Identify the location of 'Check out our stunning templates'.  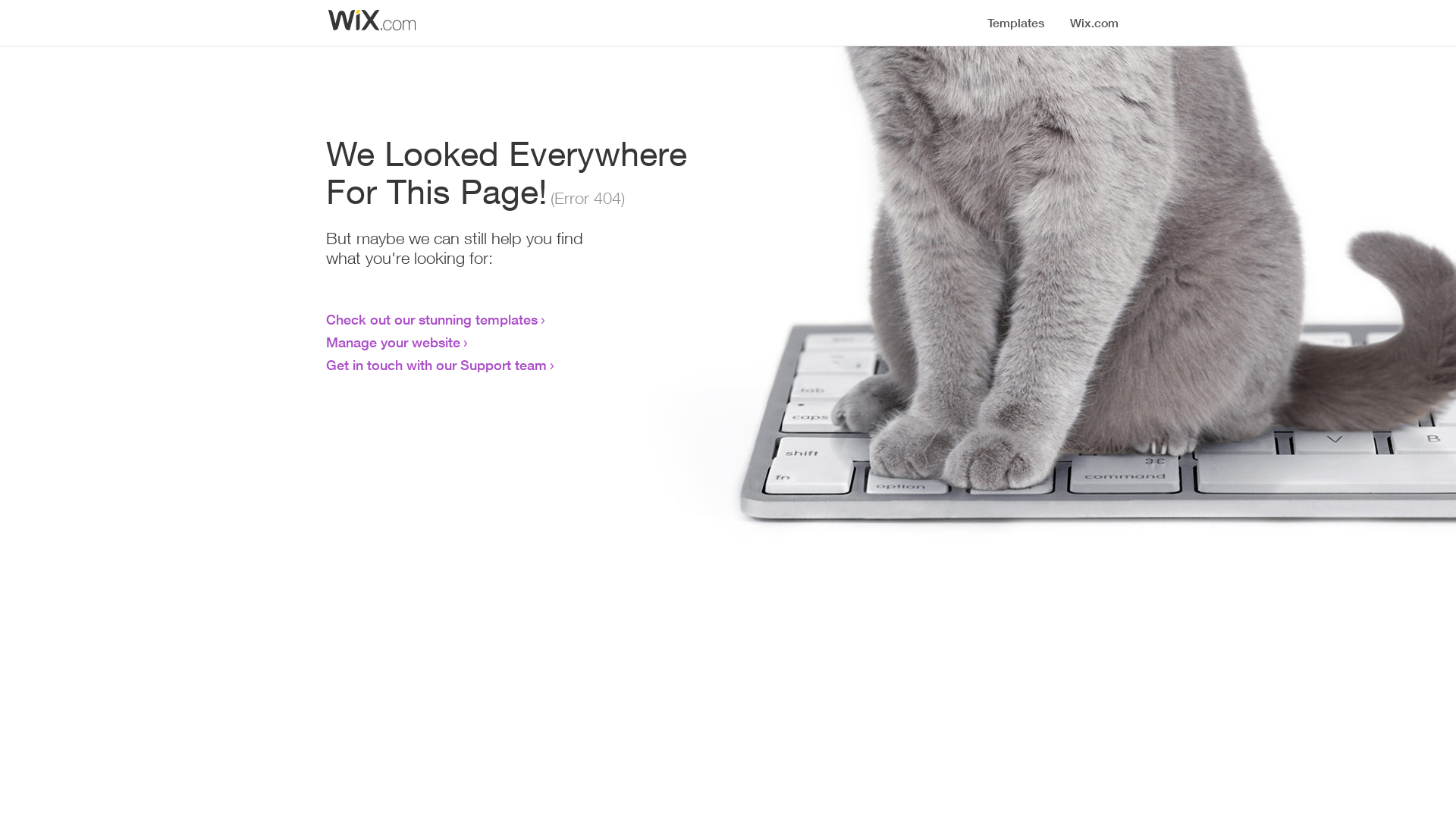
(431, 318).